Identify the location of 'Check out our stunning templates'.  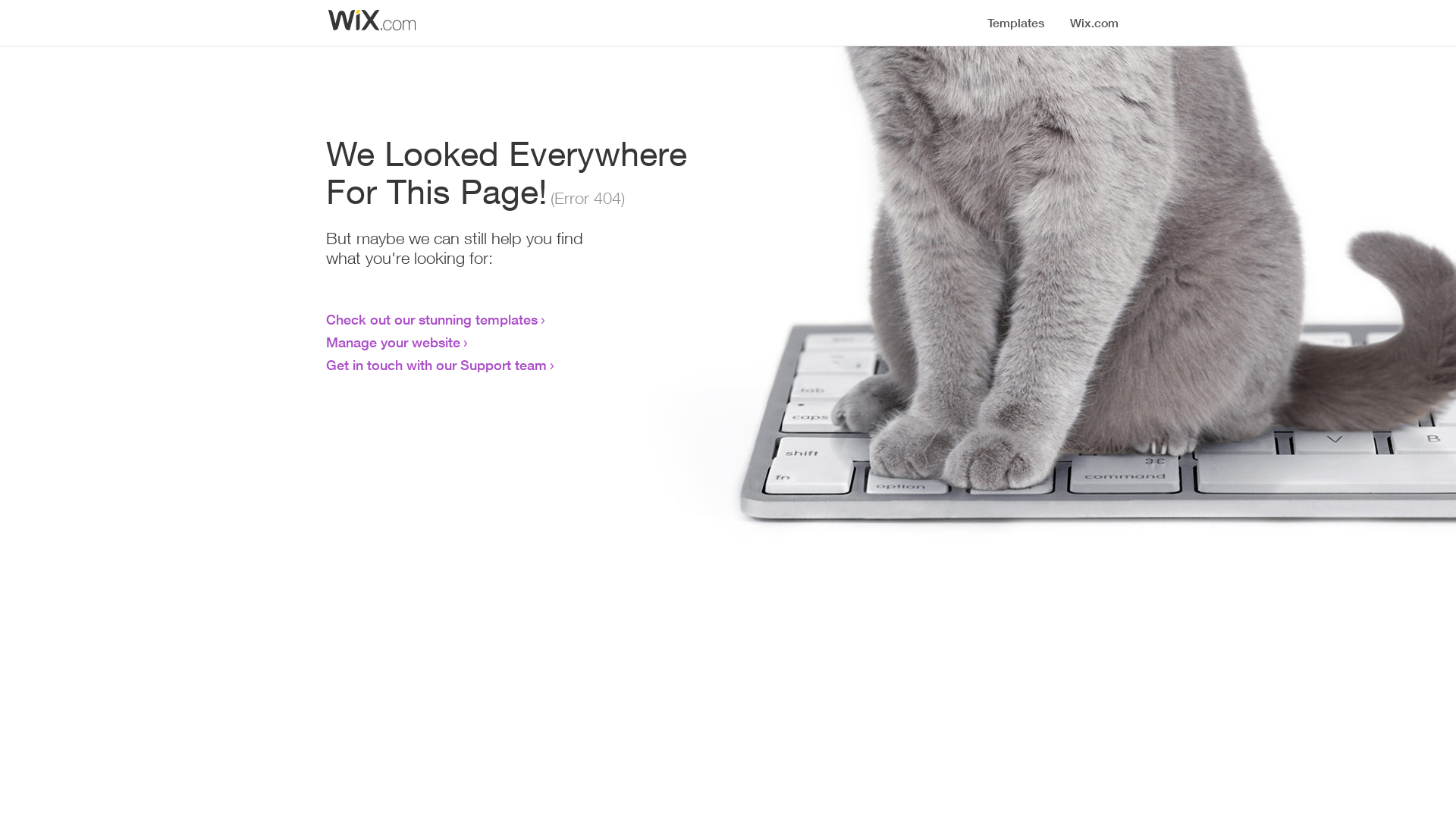
(431, 318).